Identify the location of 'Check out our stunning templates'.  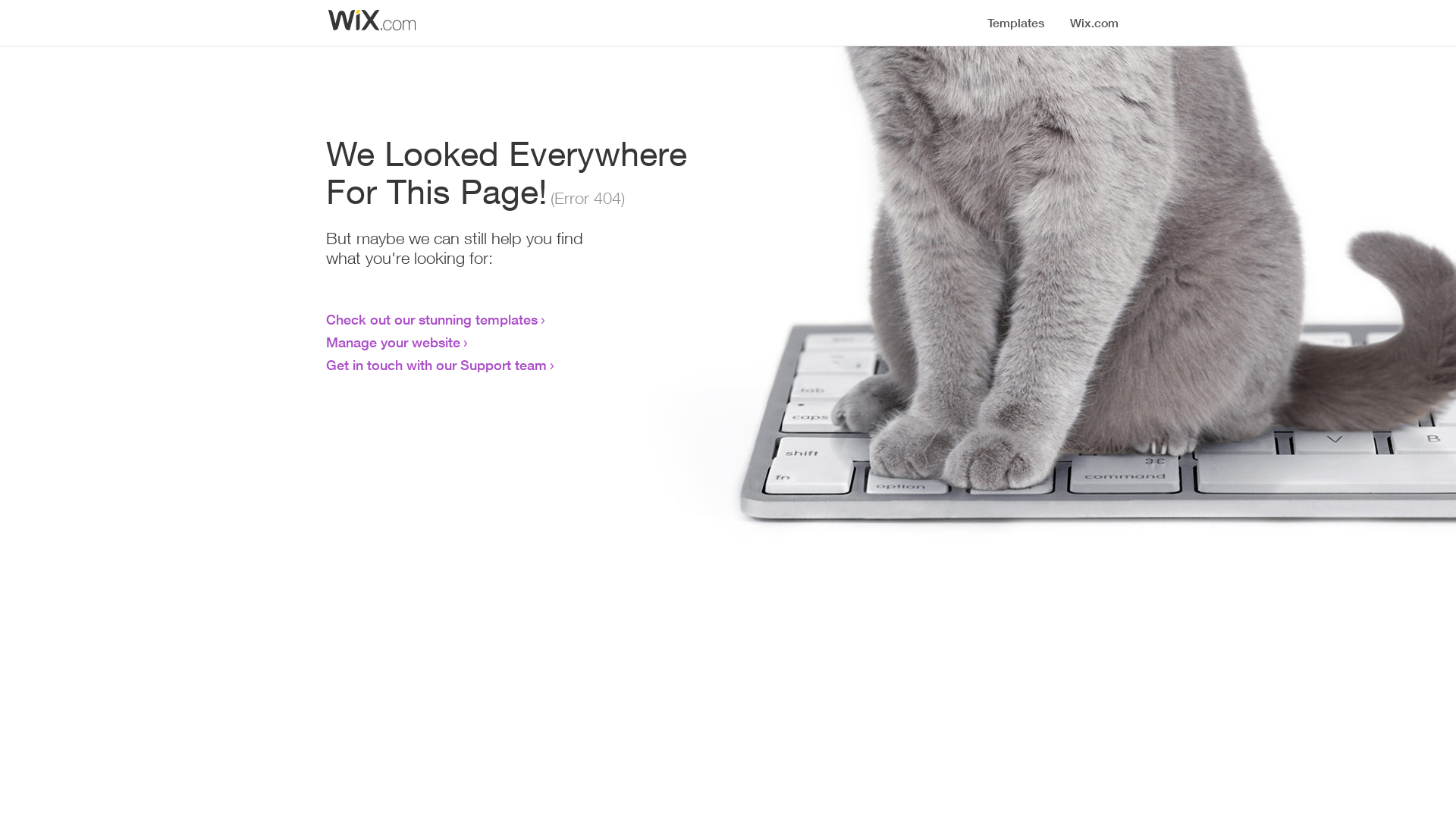
(431, 318).